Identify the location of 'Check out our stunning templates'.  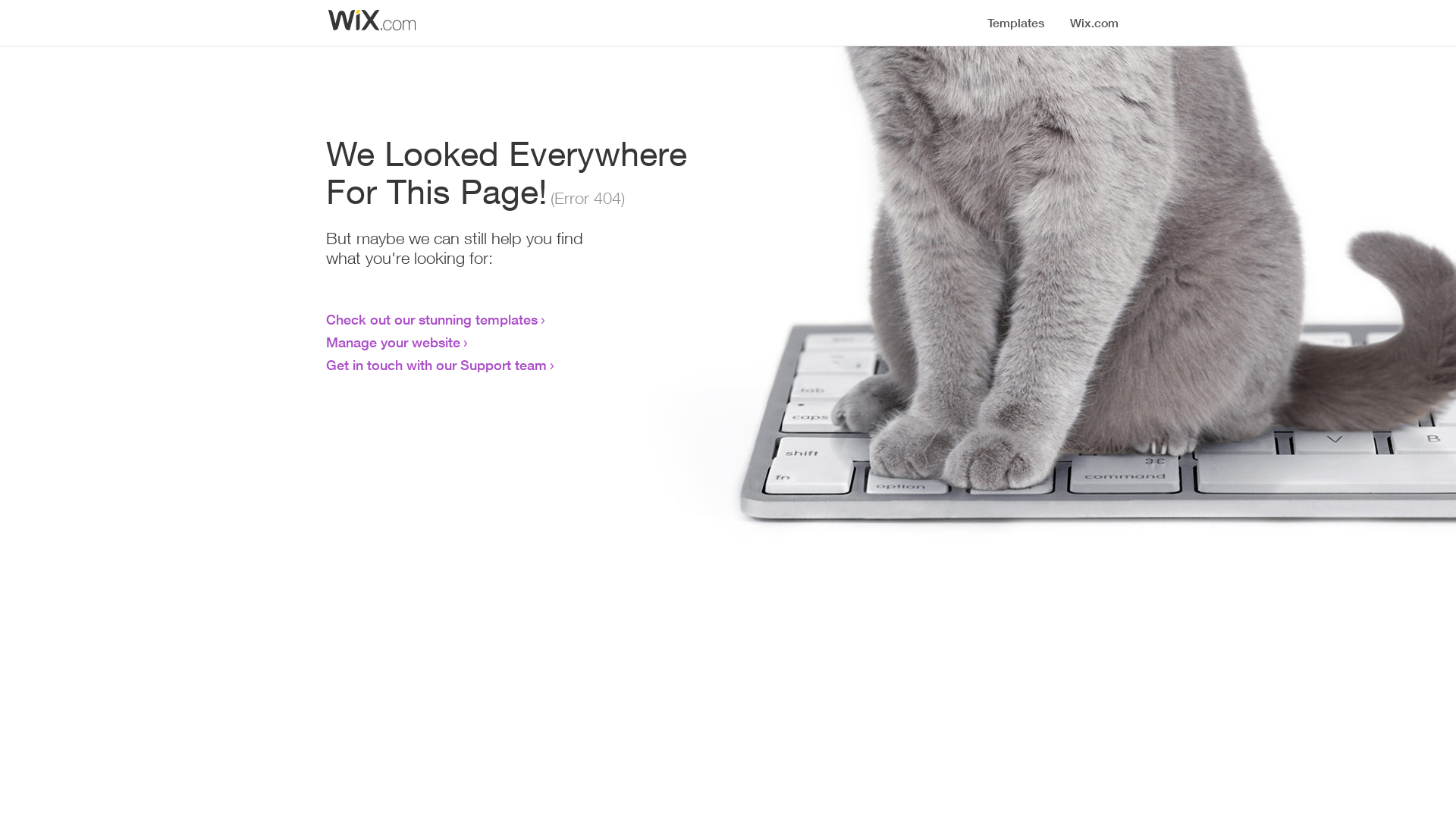
(431, 318).